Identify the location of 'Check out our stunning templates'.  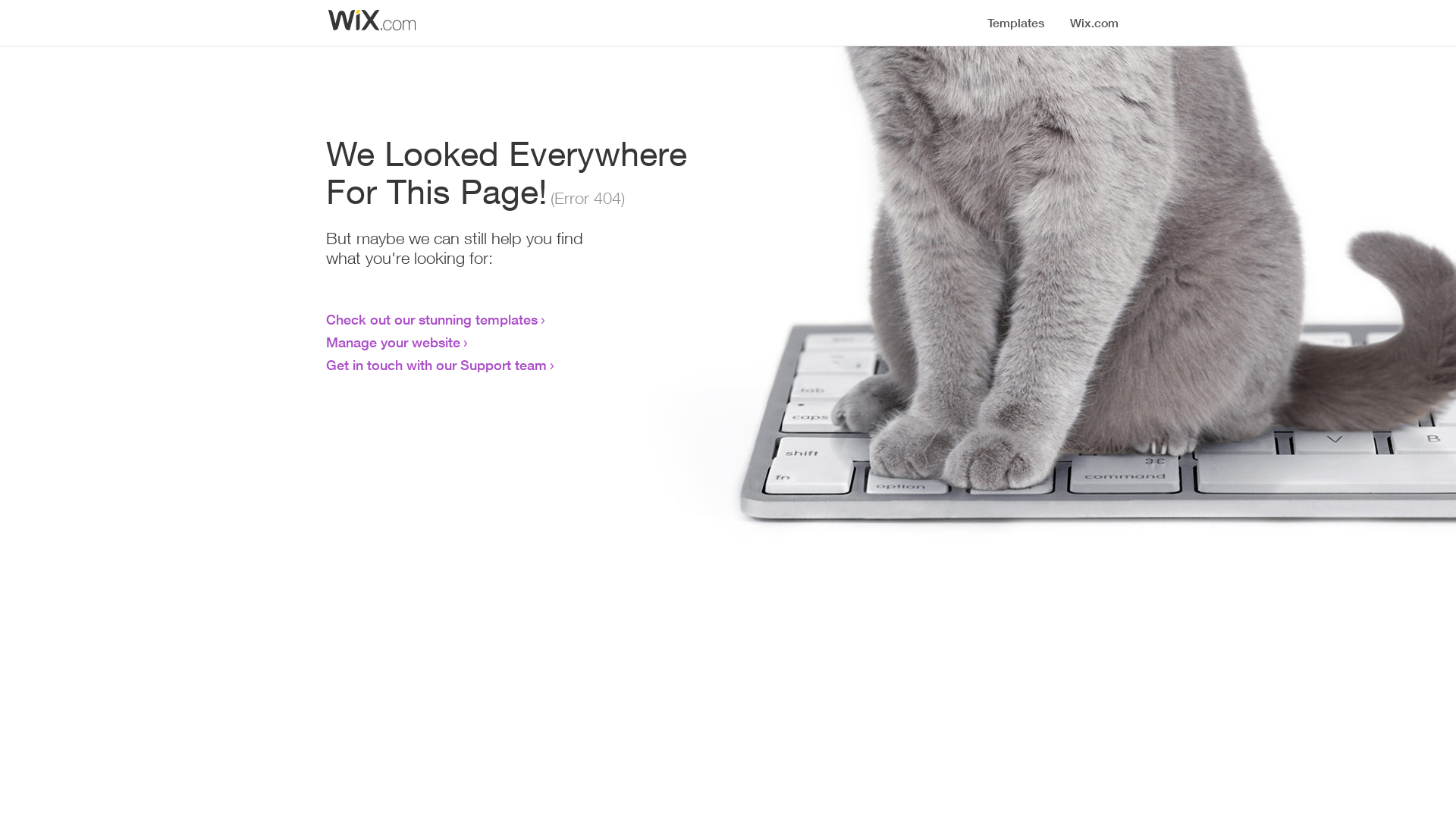
(431, 318).